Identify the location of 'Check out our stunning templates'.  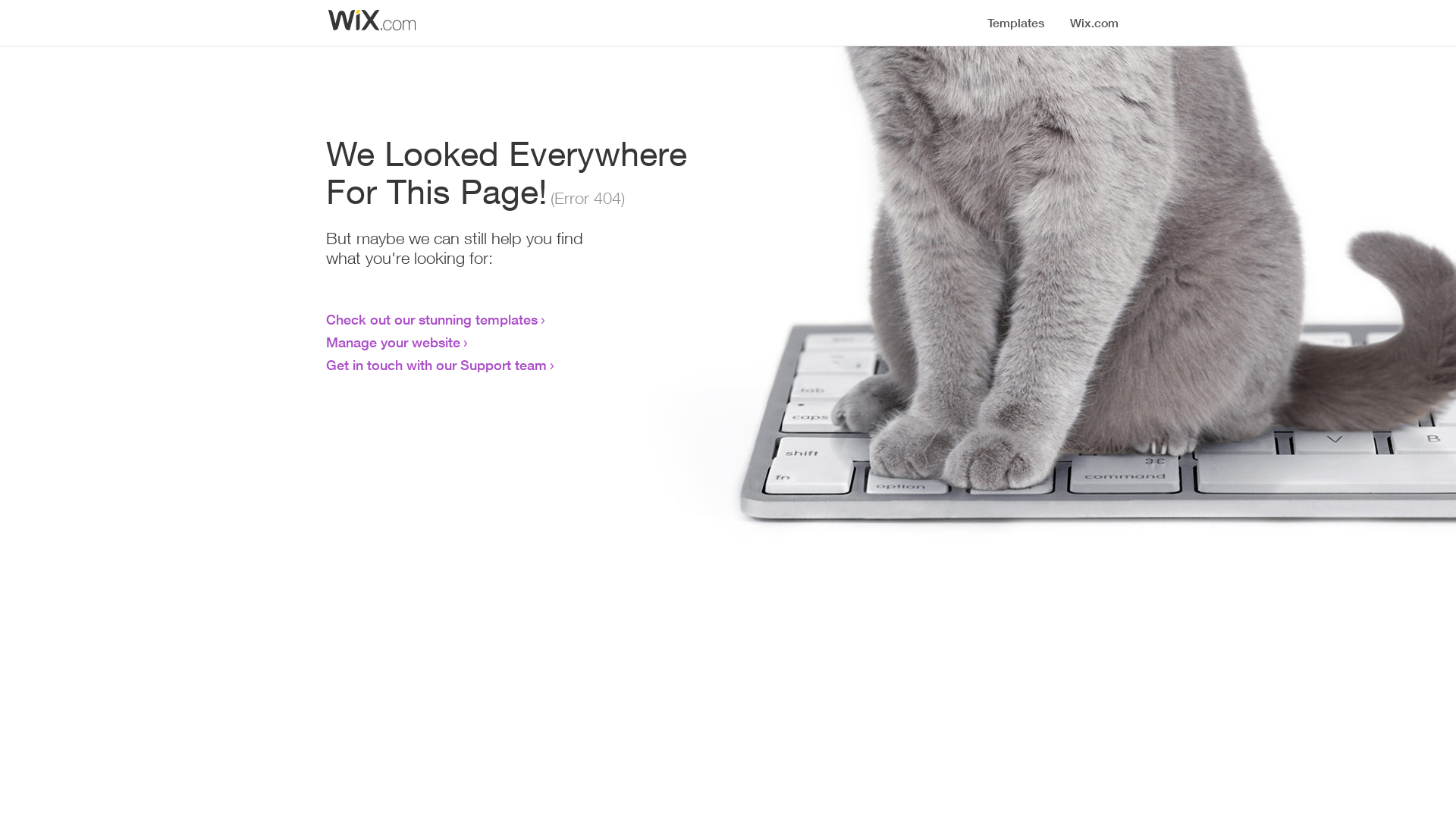
(431, 318).